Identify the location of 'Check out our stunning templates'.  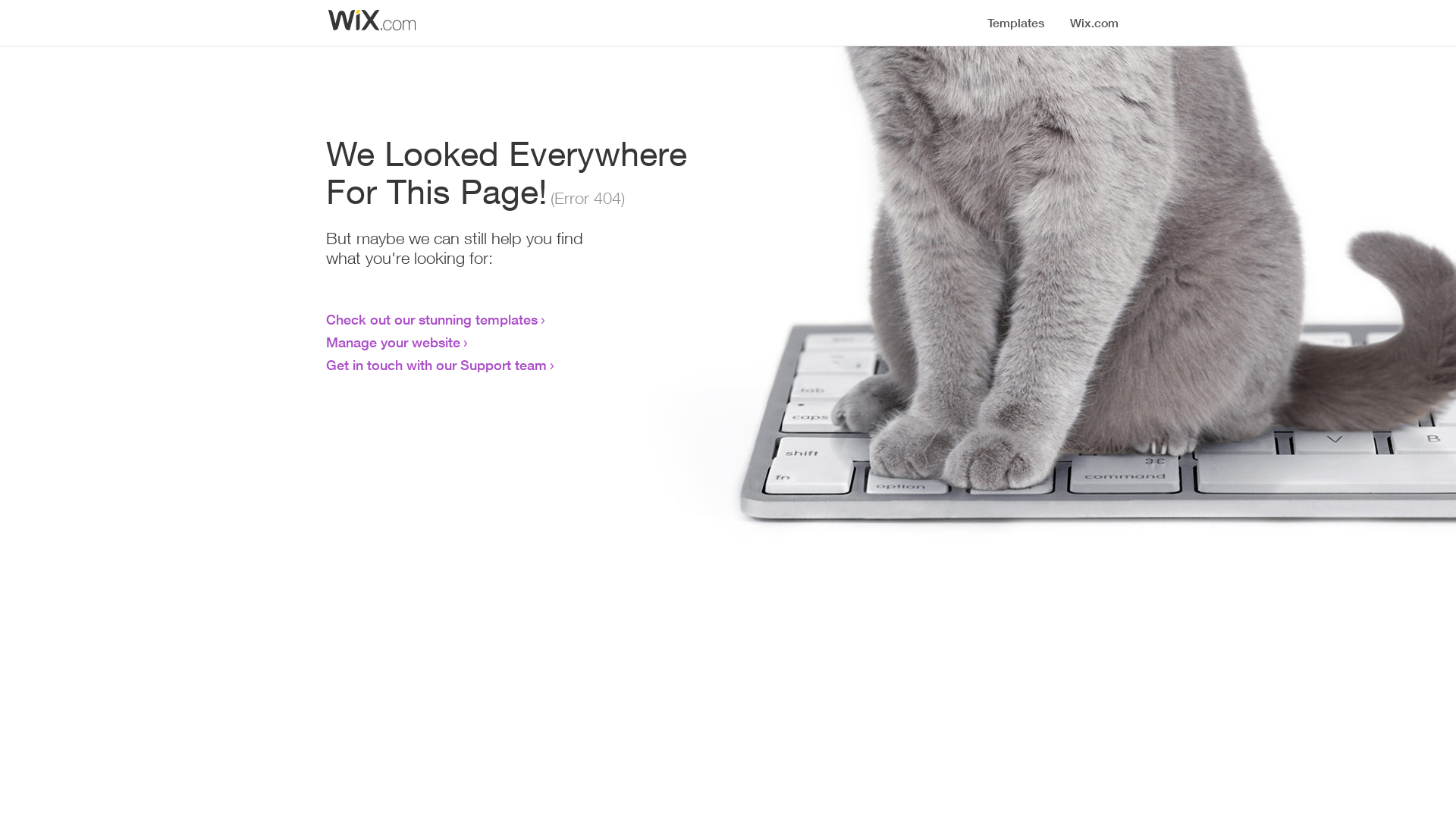
(431, 318).